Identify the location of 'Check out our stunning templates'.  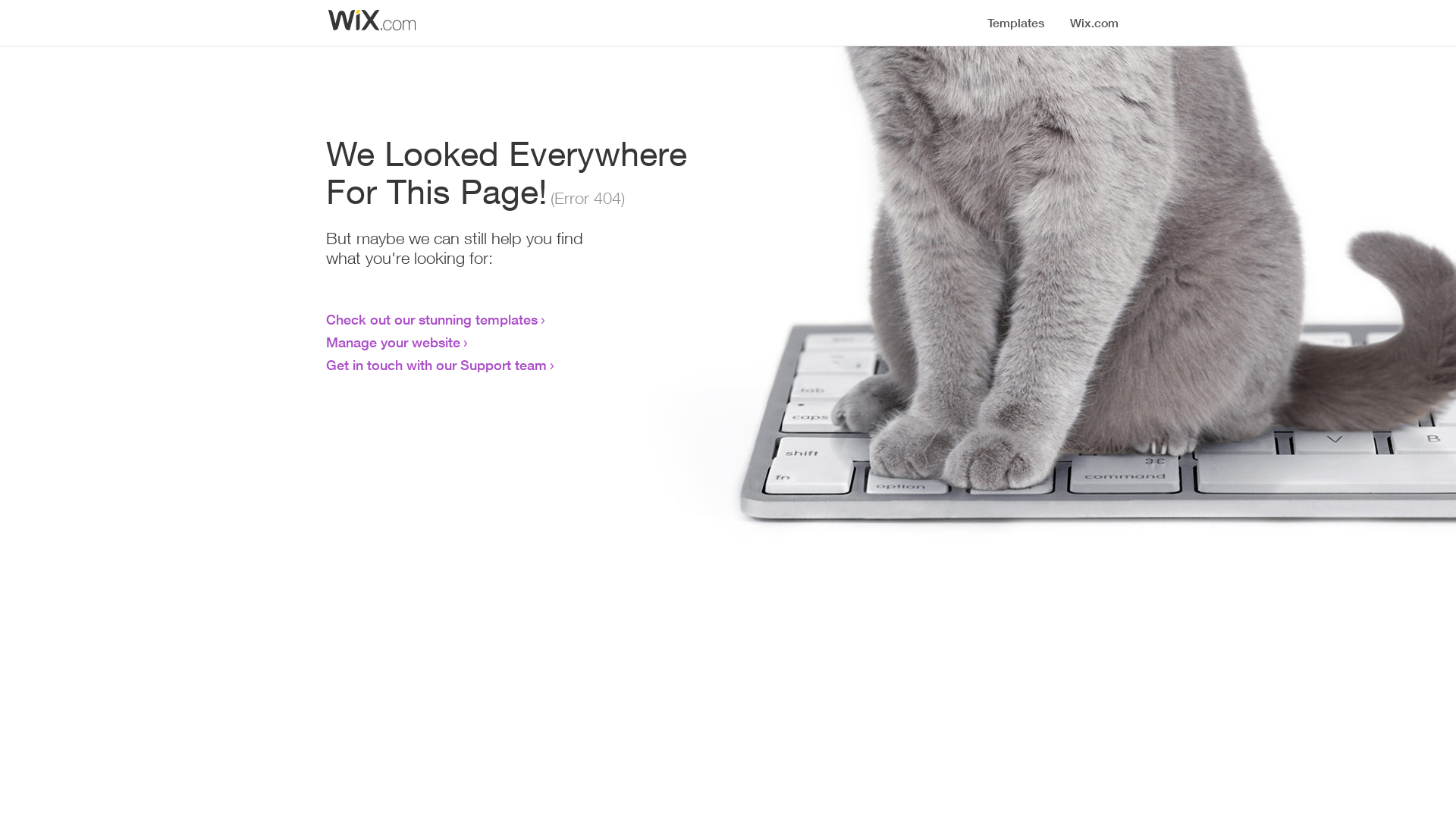
(431, 318).